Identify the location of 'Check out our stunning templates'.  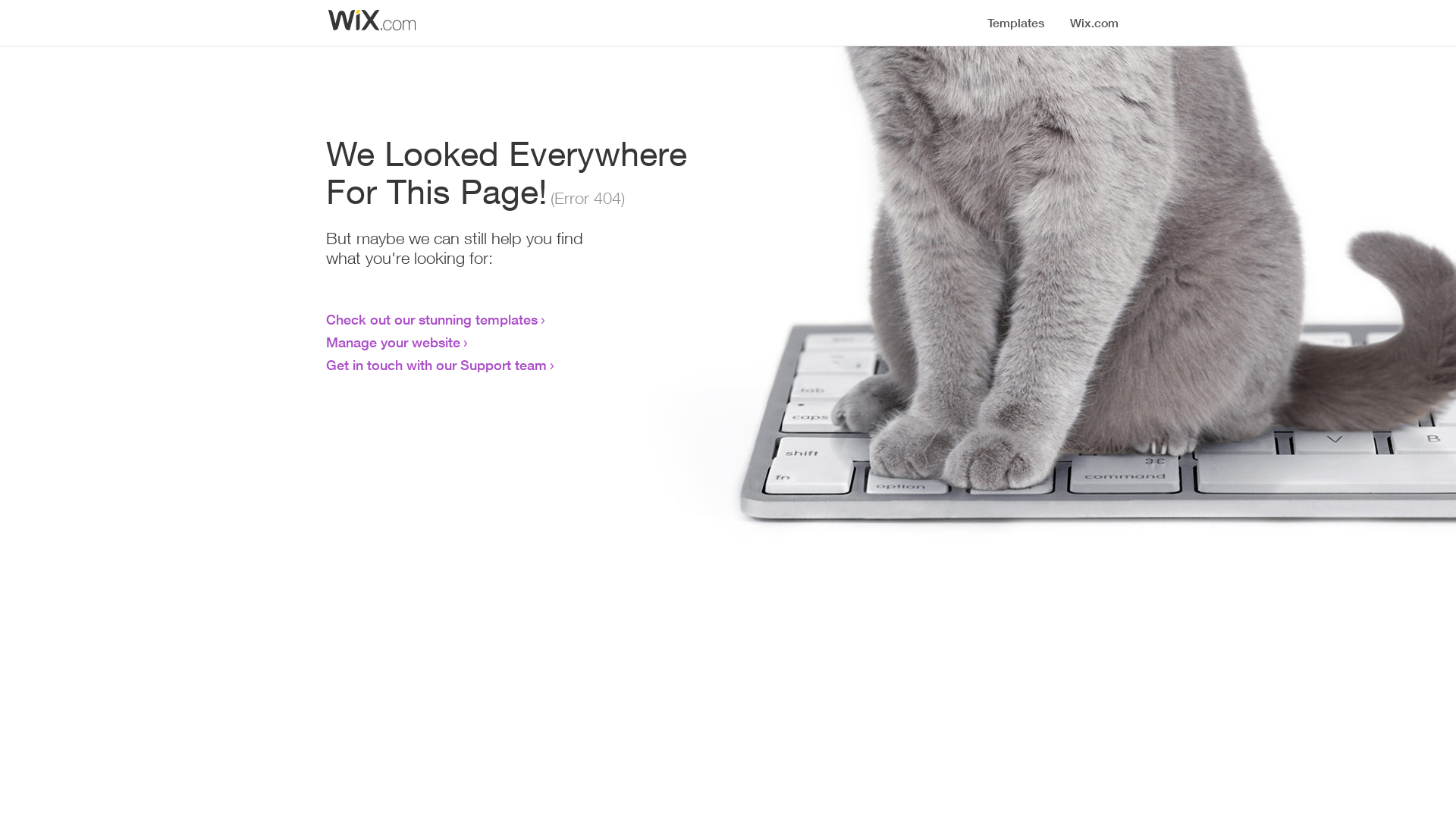
(431, 318).